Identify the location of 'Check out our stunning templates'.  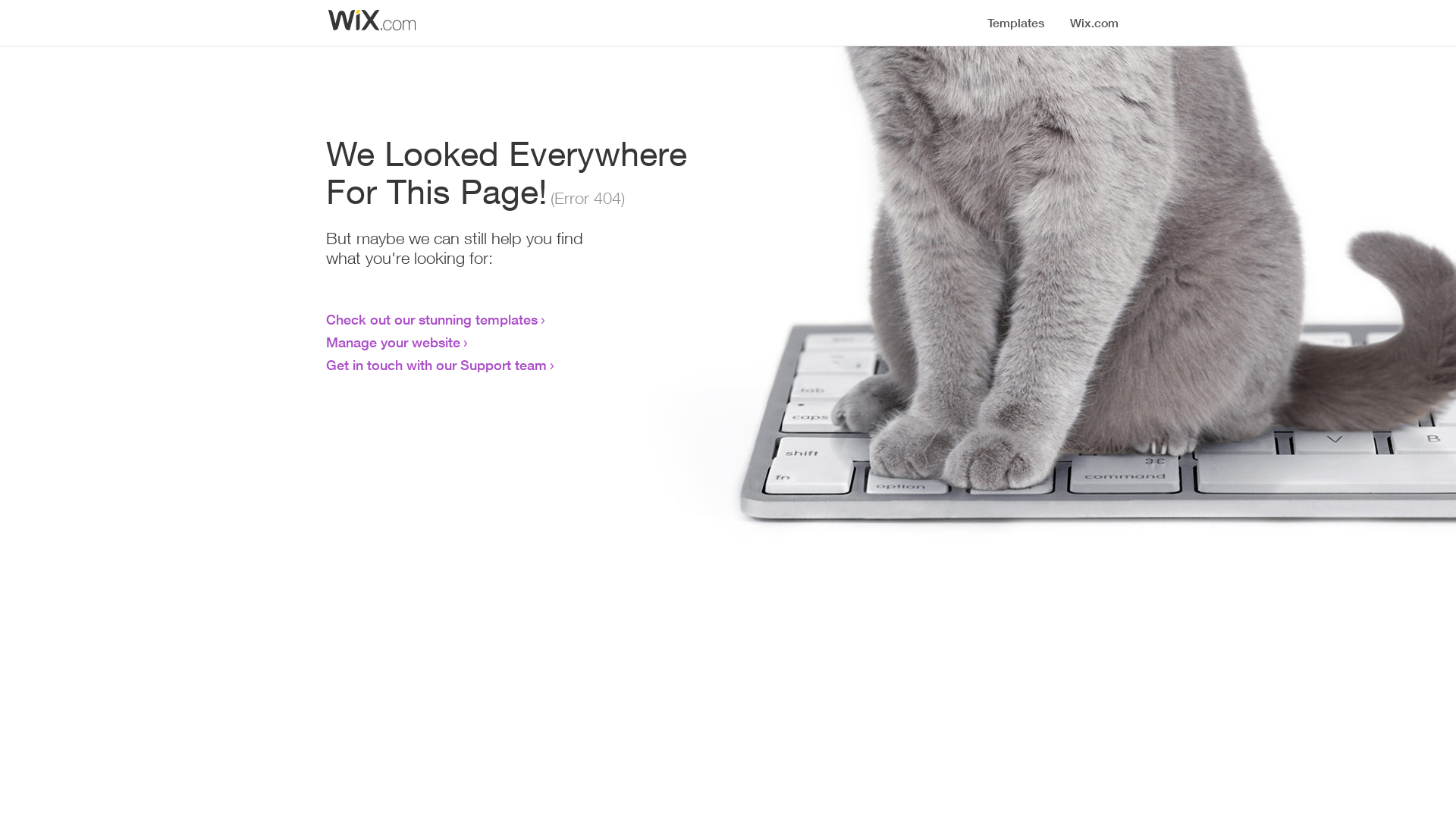
(431, 318).